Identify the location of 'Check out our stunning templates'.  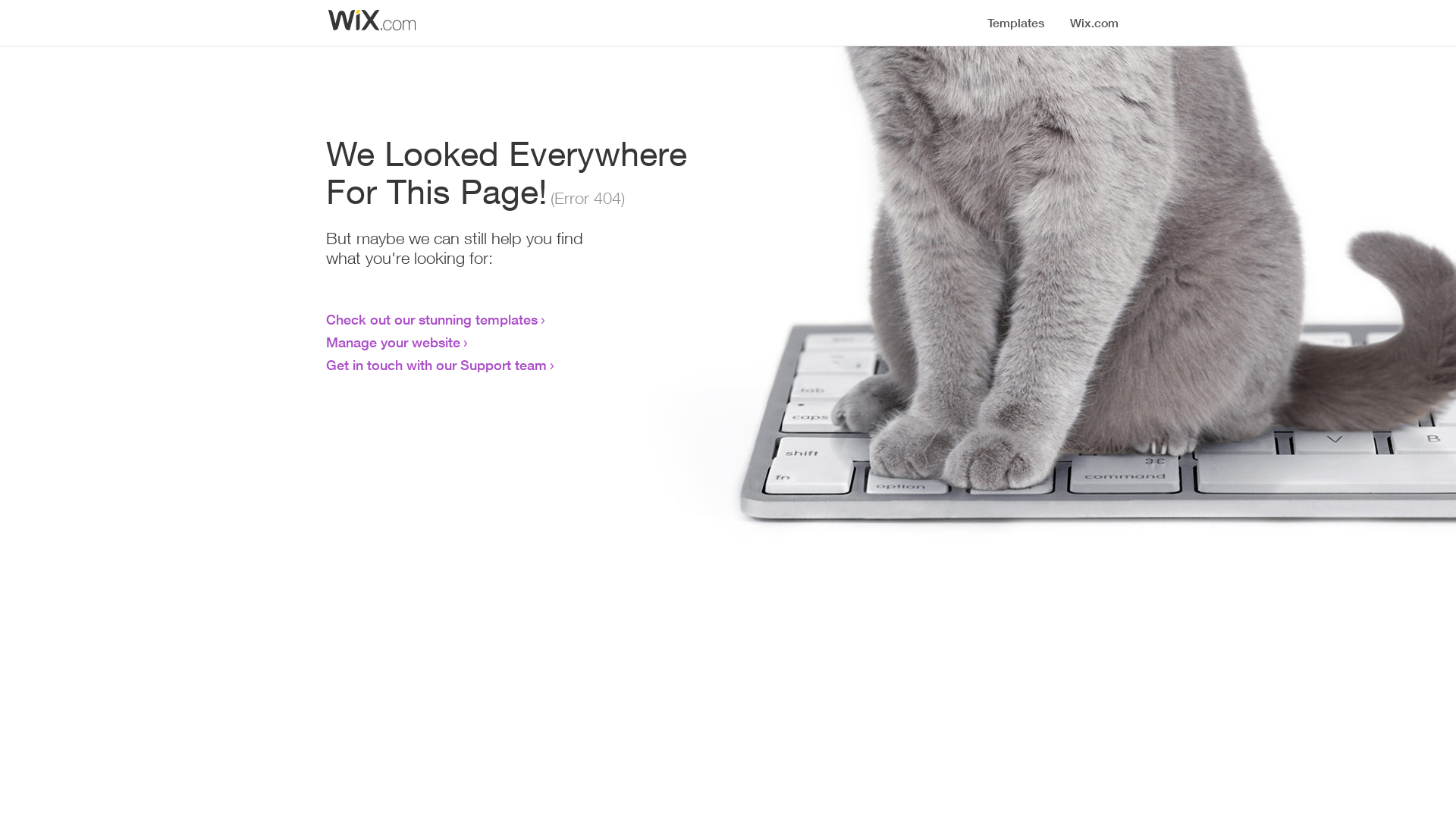
(431, 318).